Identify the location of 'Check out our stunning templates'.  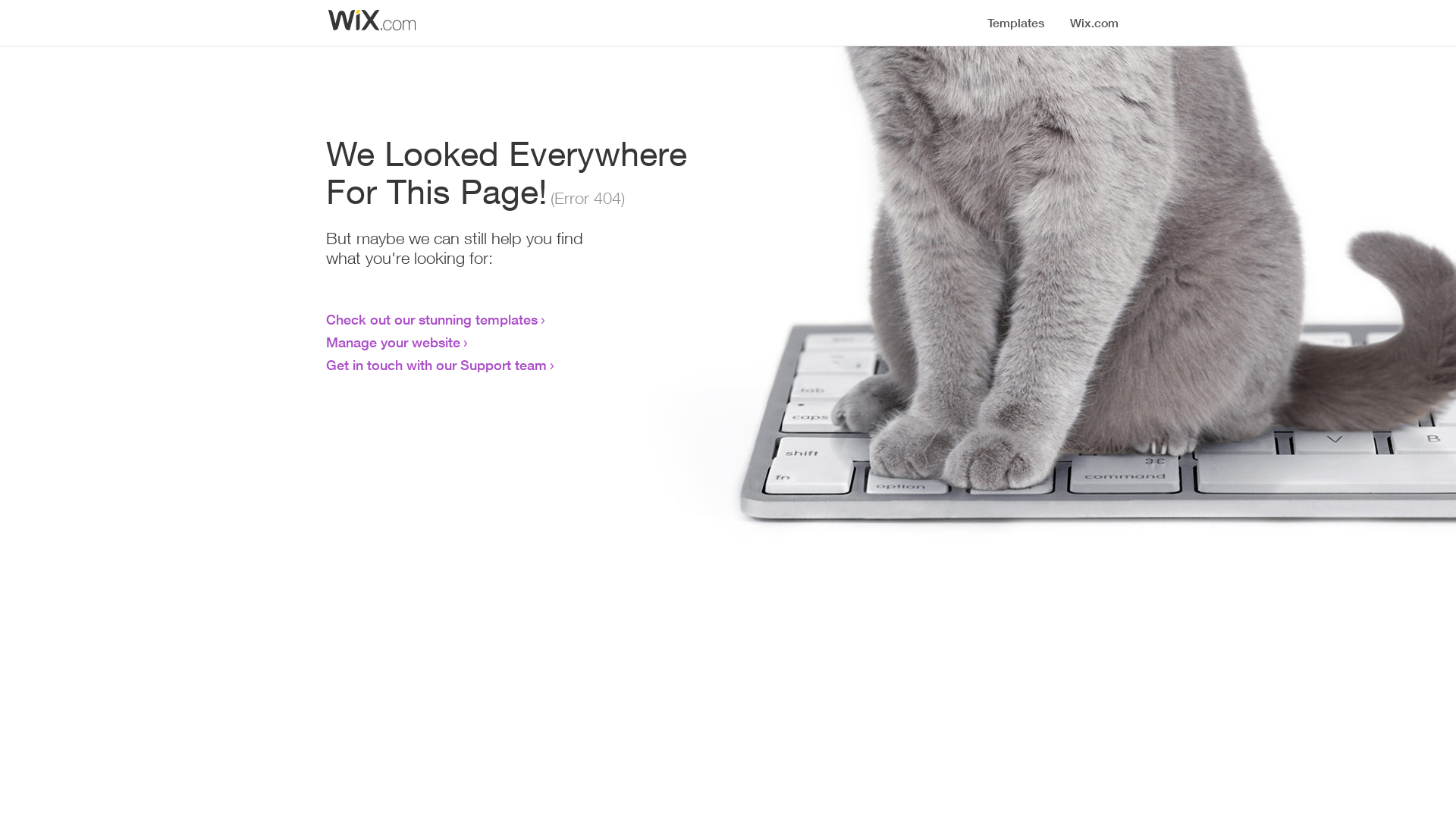
(431, 318).